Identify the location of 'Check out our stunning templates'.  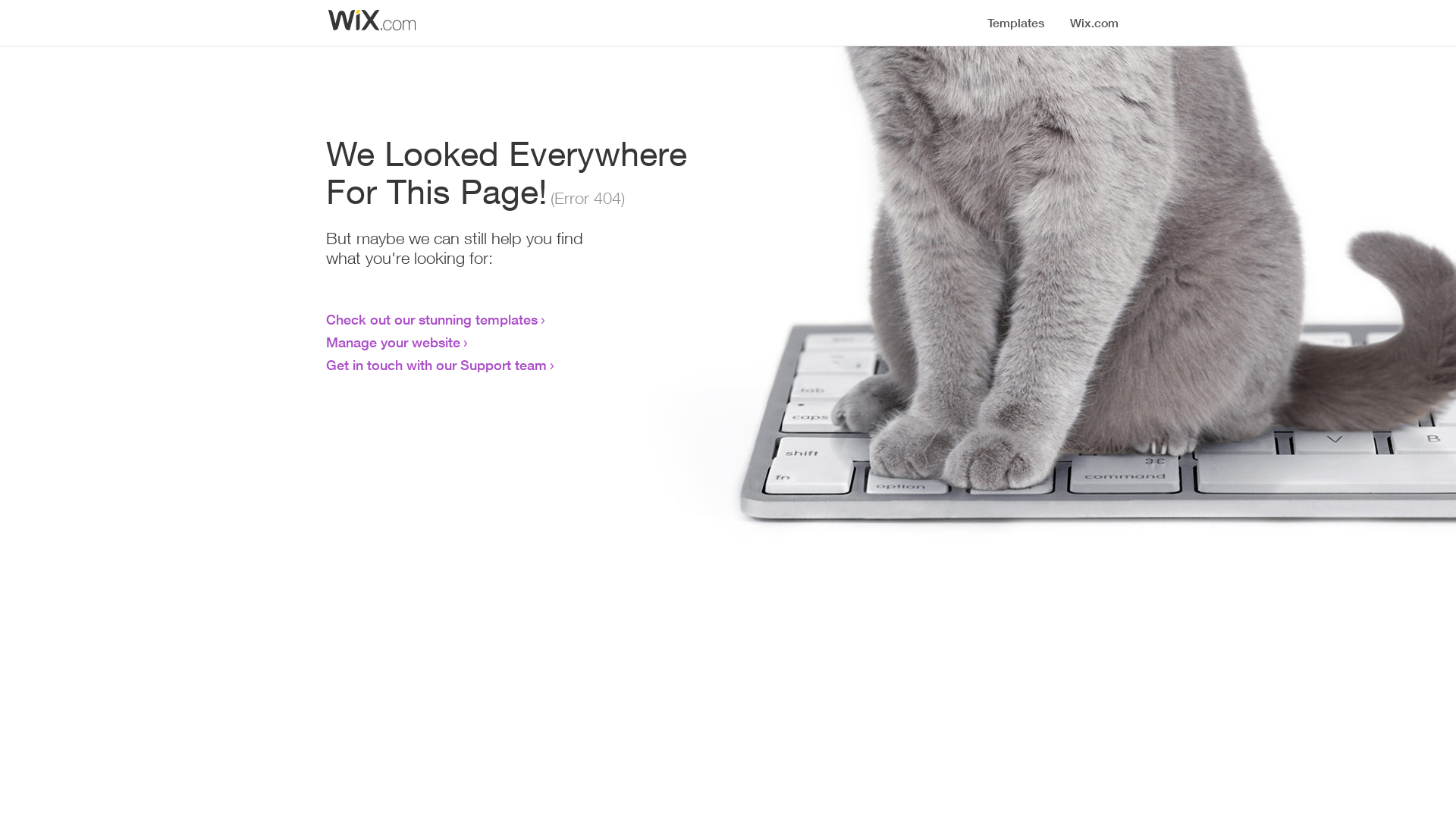
(431, 318).